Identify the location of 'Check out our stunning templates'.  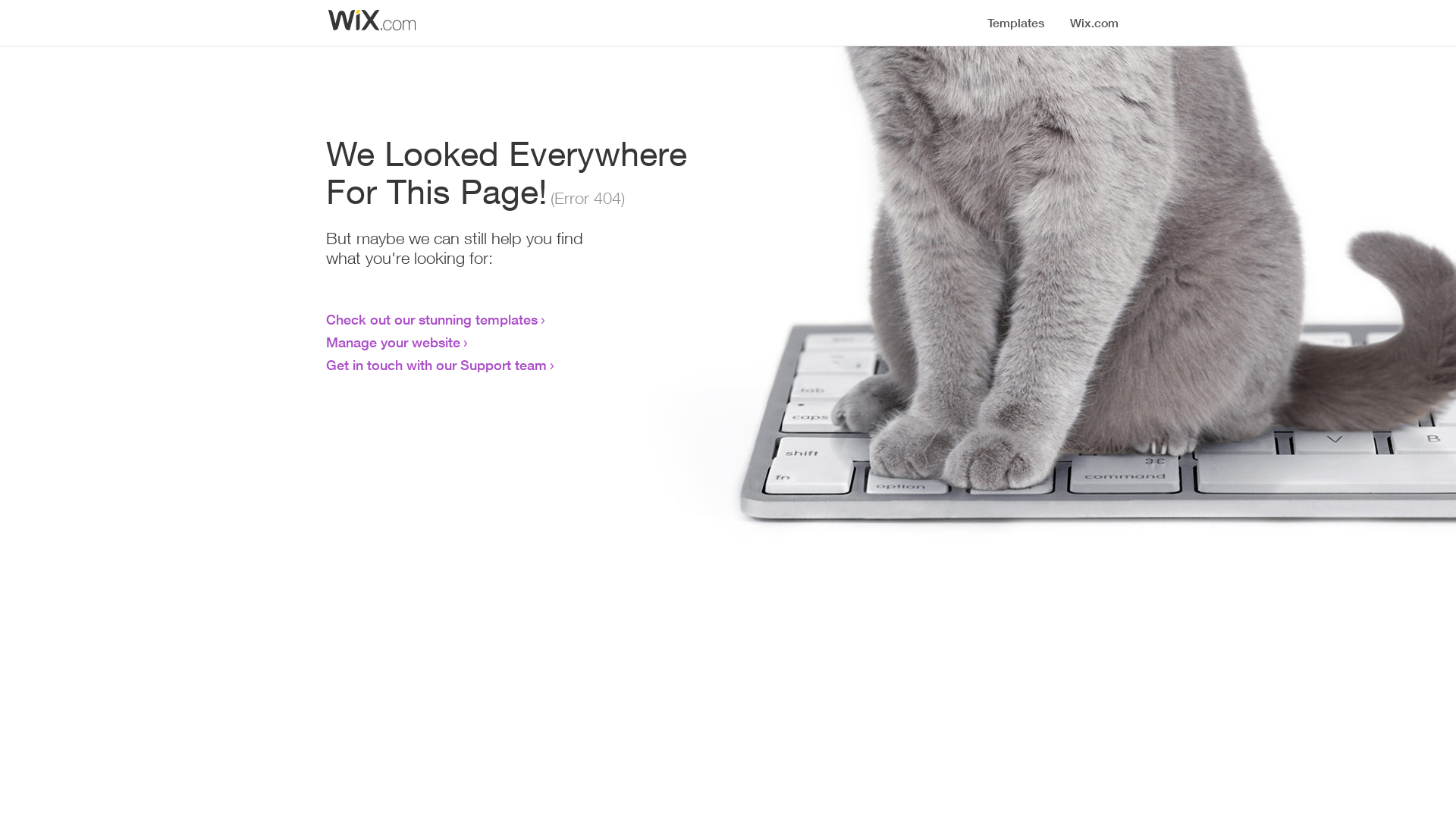
(431, 318).